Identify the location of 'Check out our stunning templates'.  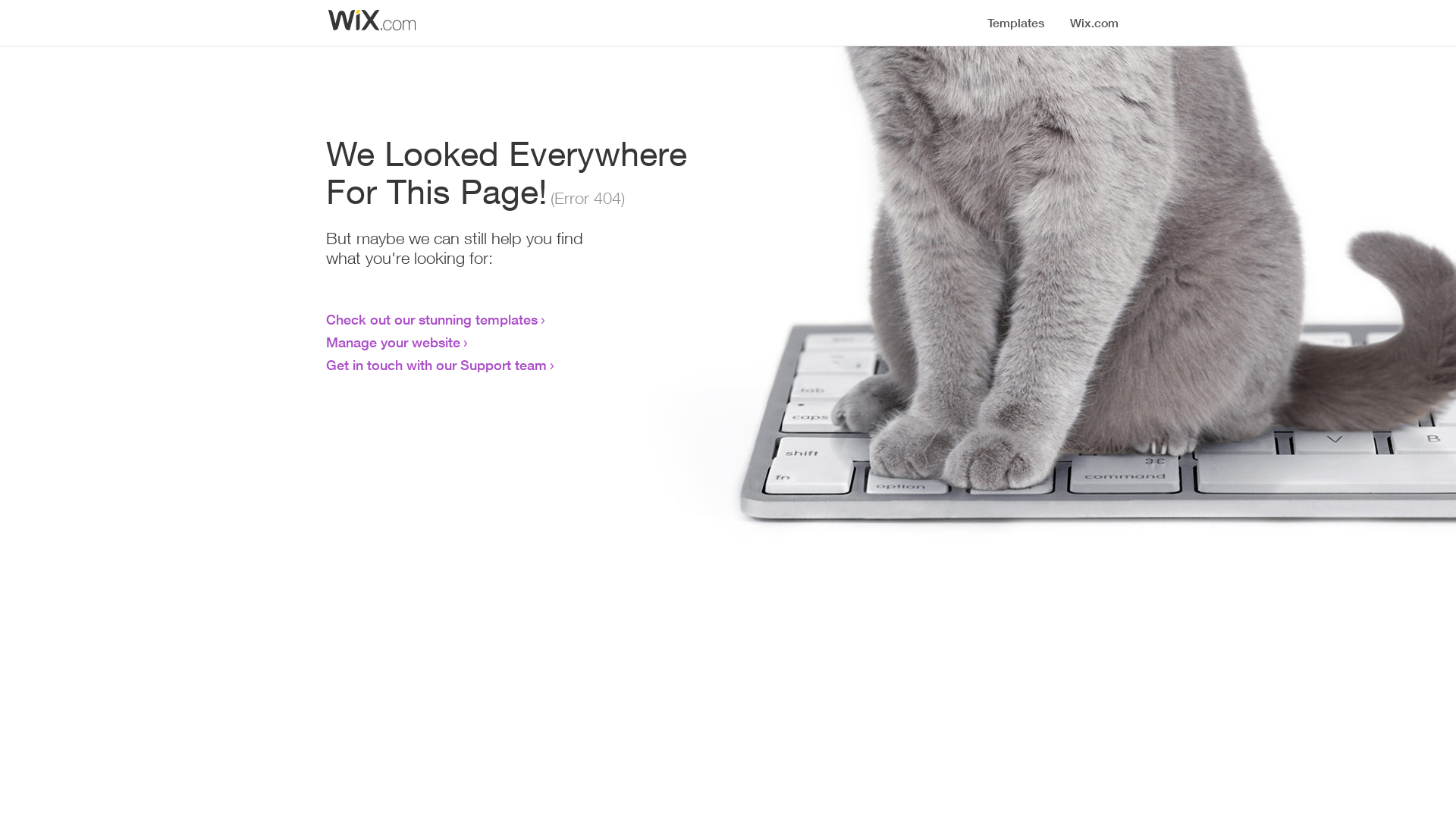
(431, 318).